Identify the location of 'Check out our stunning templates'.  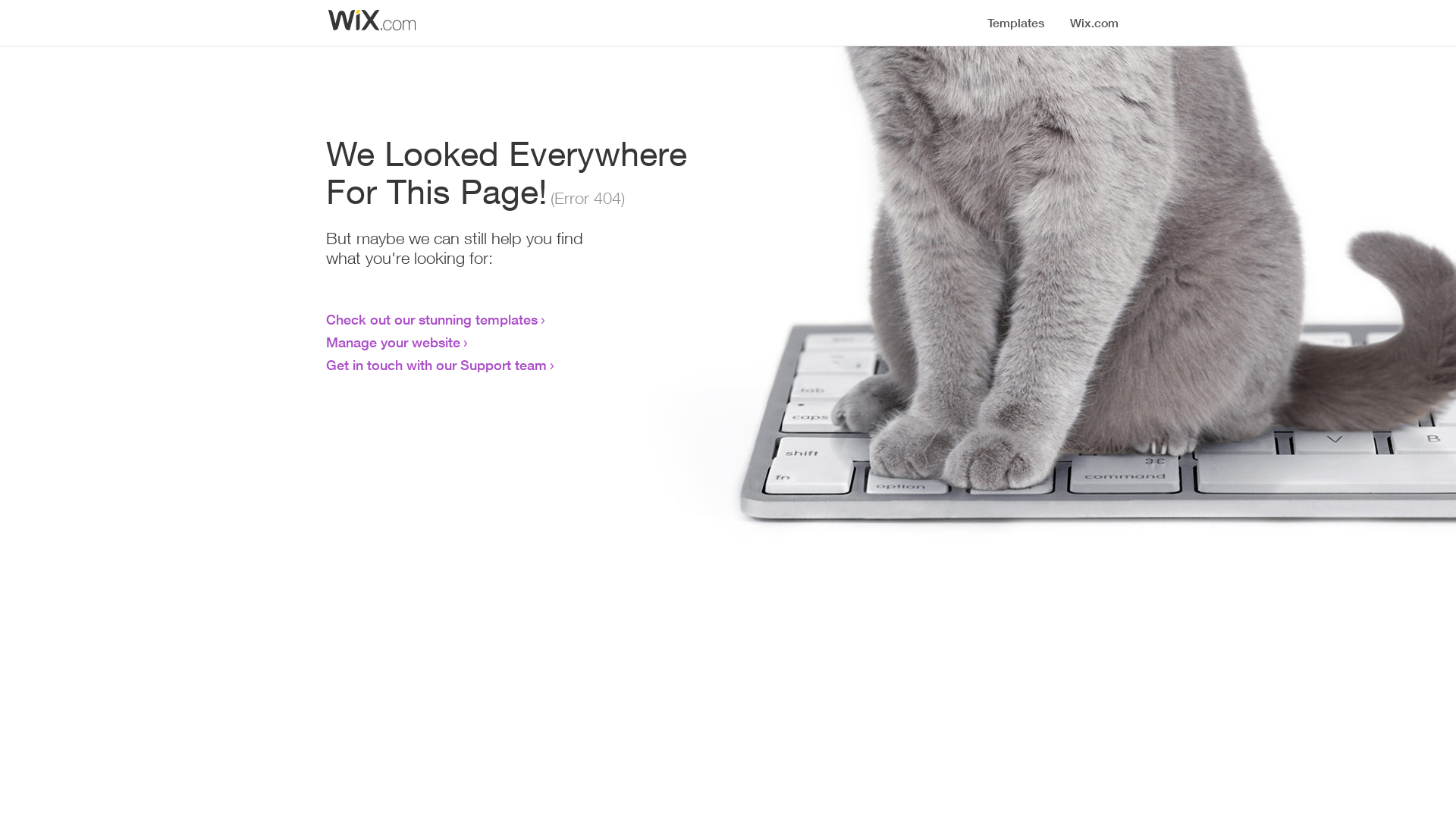
(431, 318).